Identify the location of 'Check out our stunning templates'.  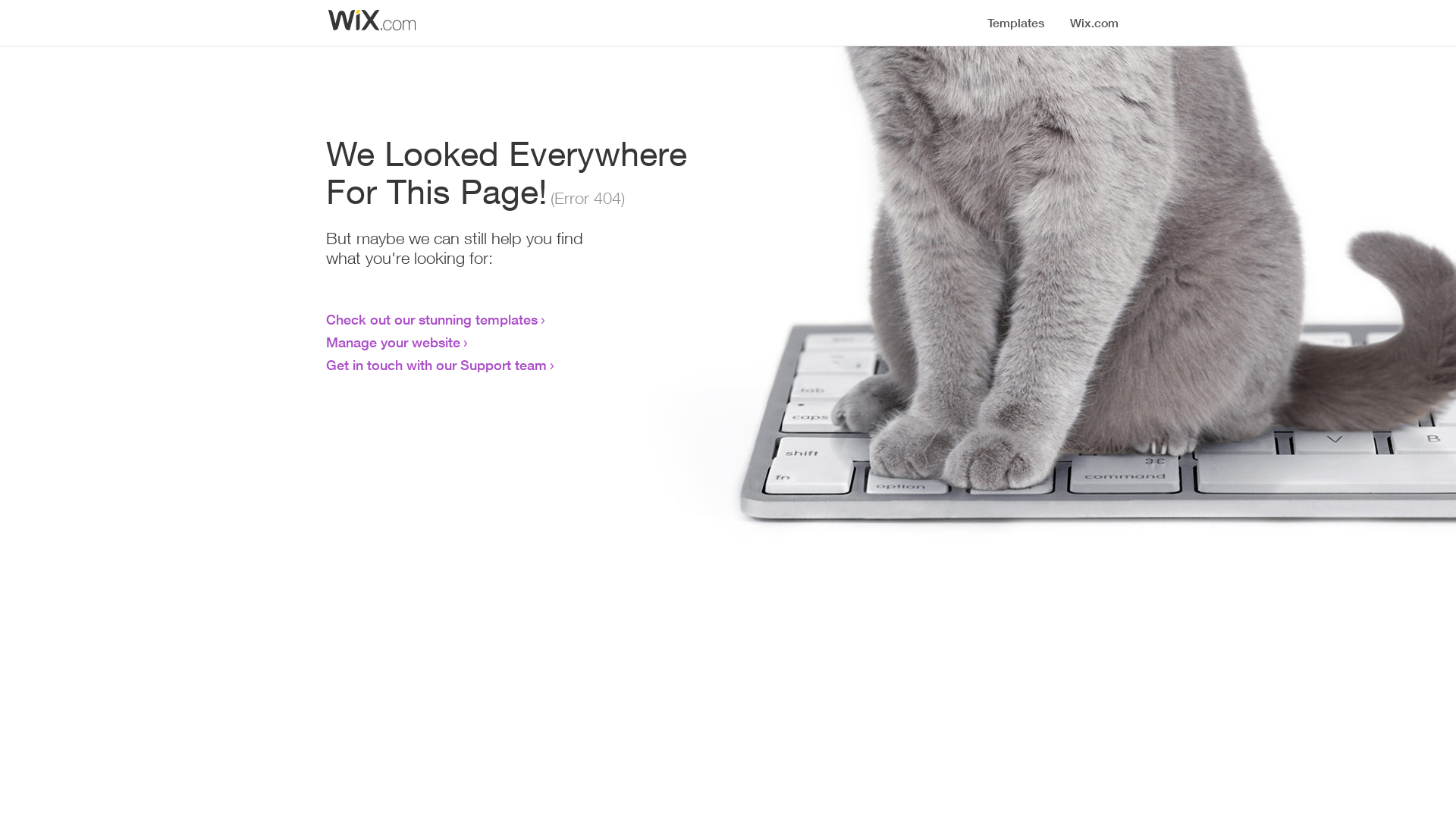
(431, 318).